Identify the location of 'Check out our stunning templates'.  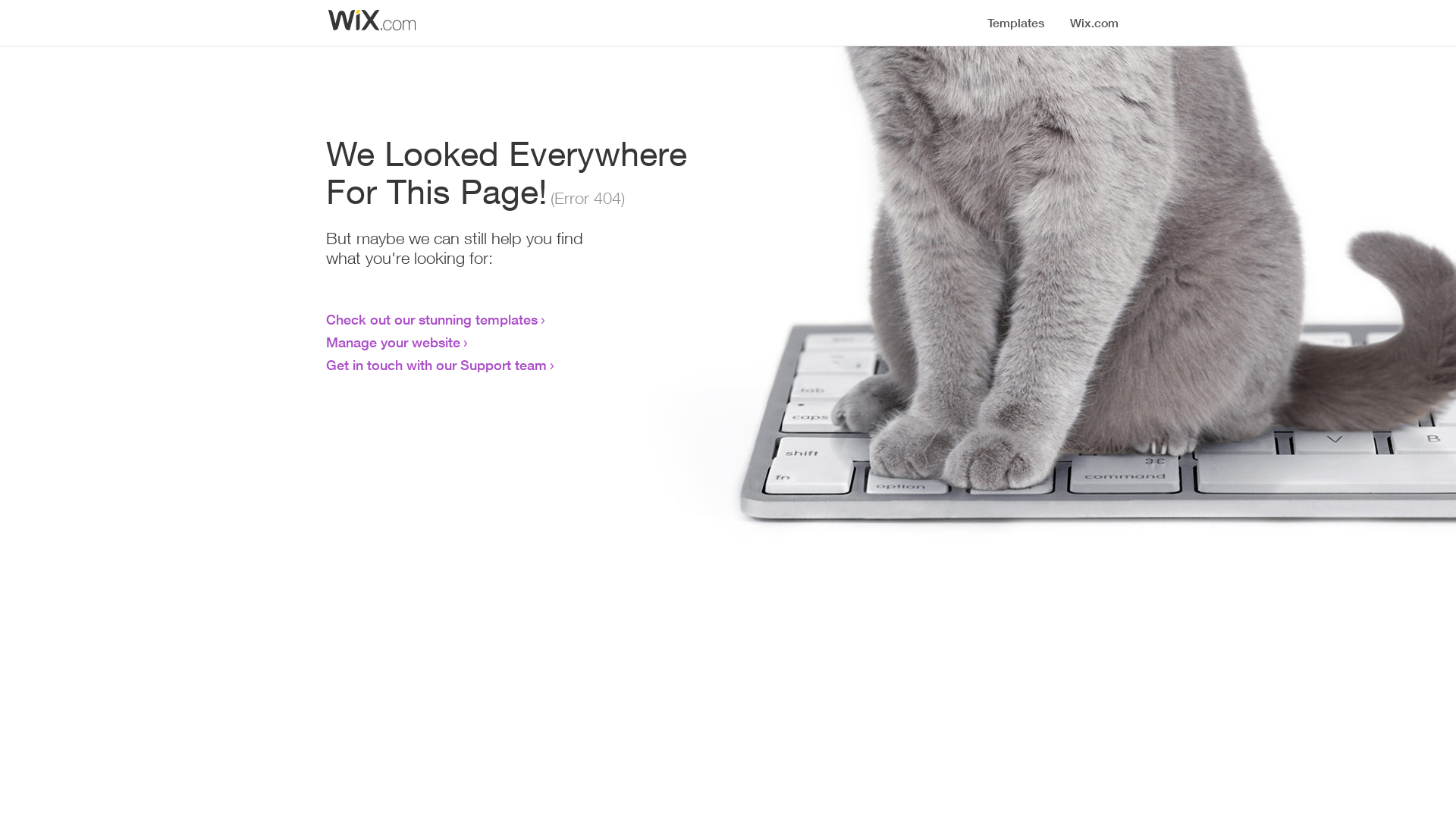
(431, 318).